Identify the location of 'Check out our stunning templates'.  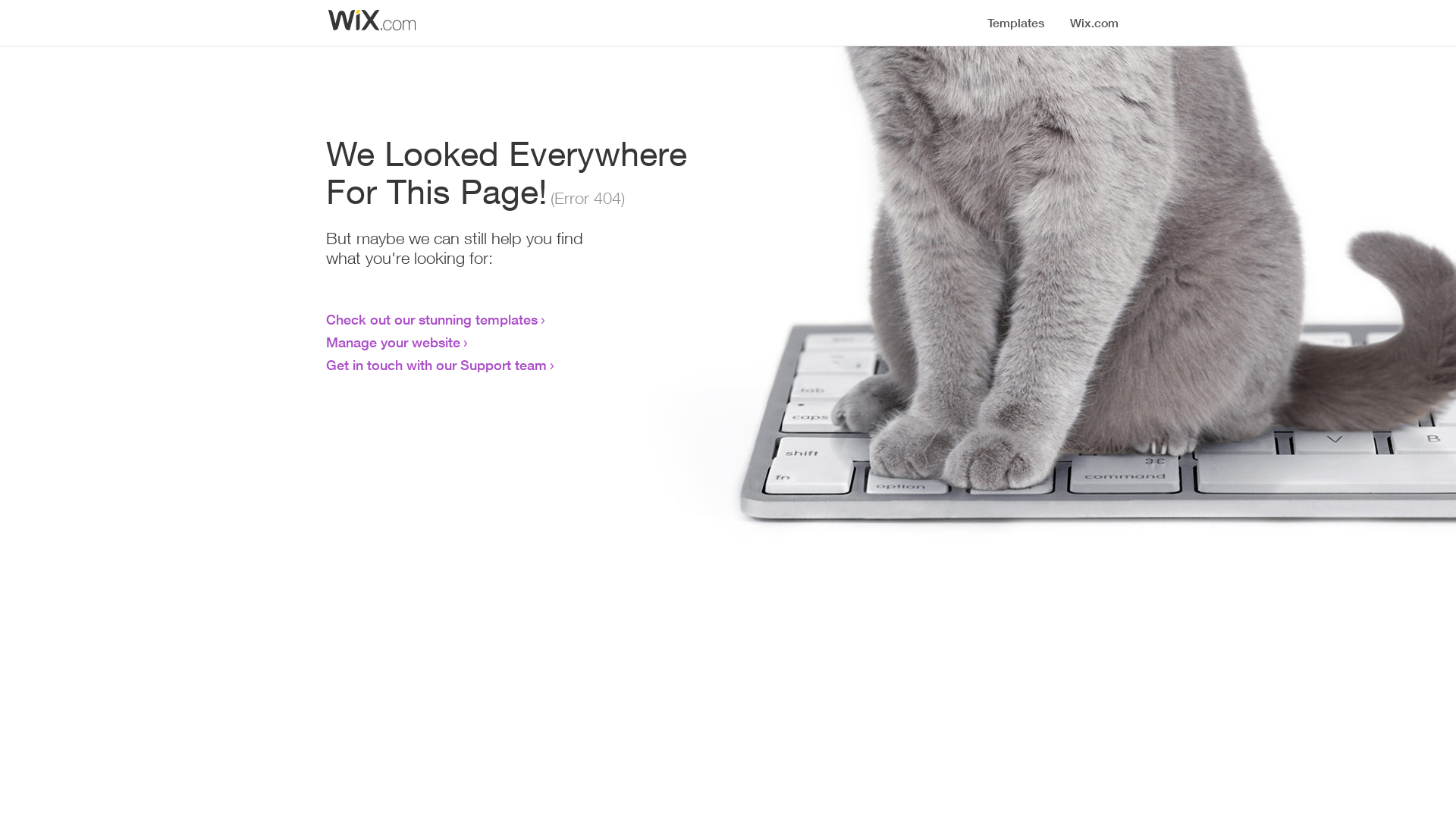
(431, 318).